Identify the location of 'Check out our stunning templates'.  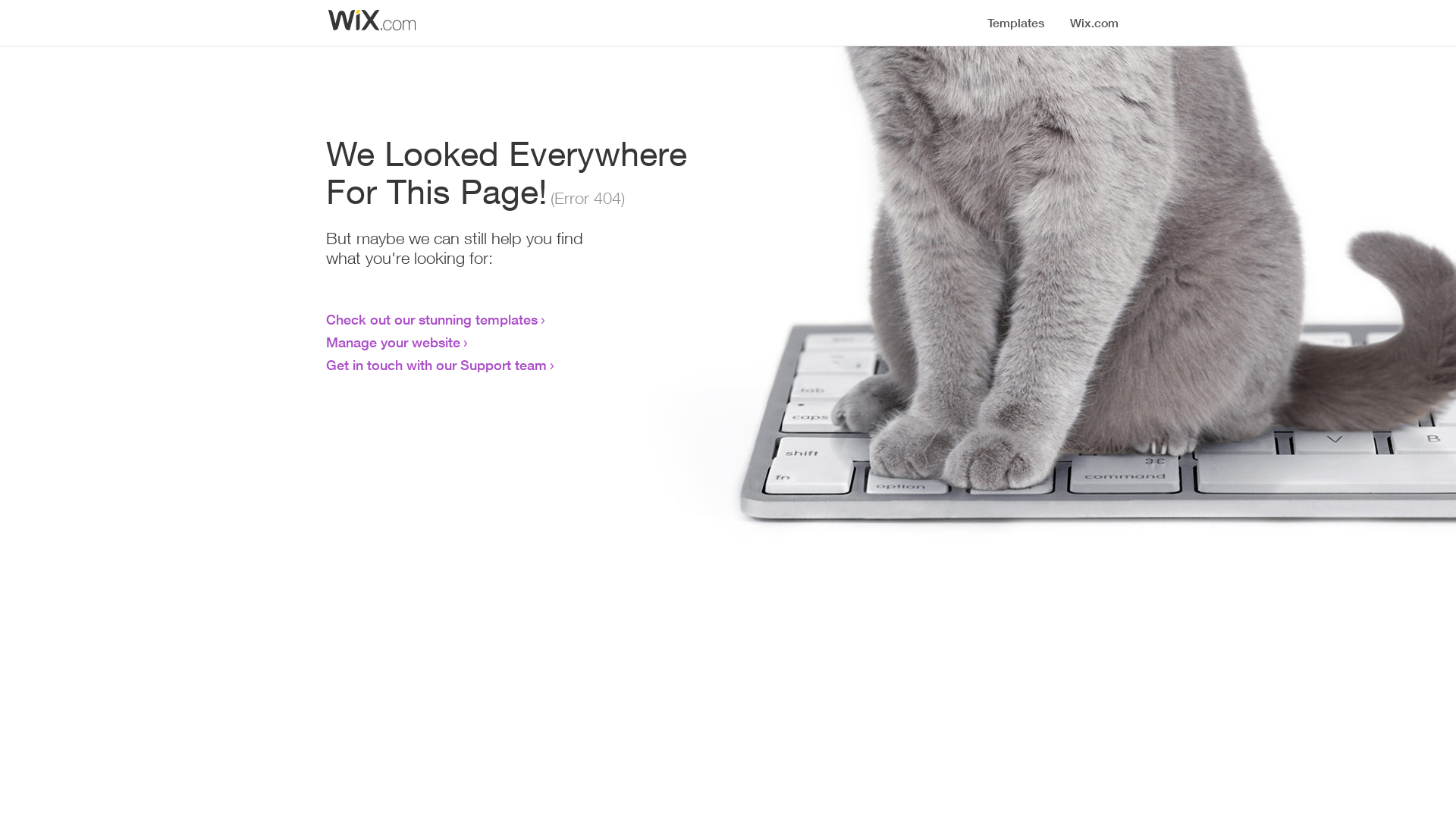
(431, 318).